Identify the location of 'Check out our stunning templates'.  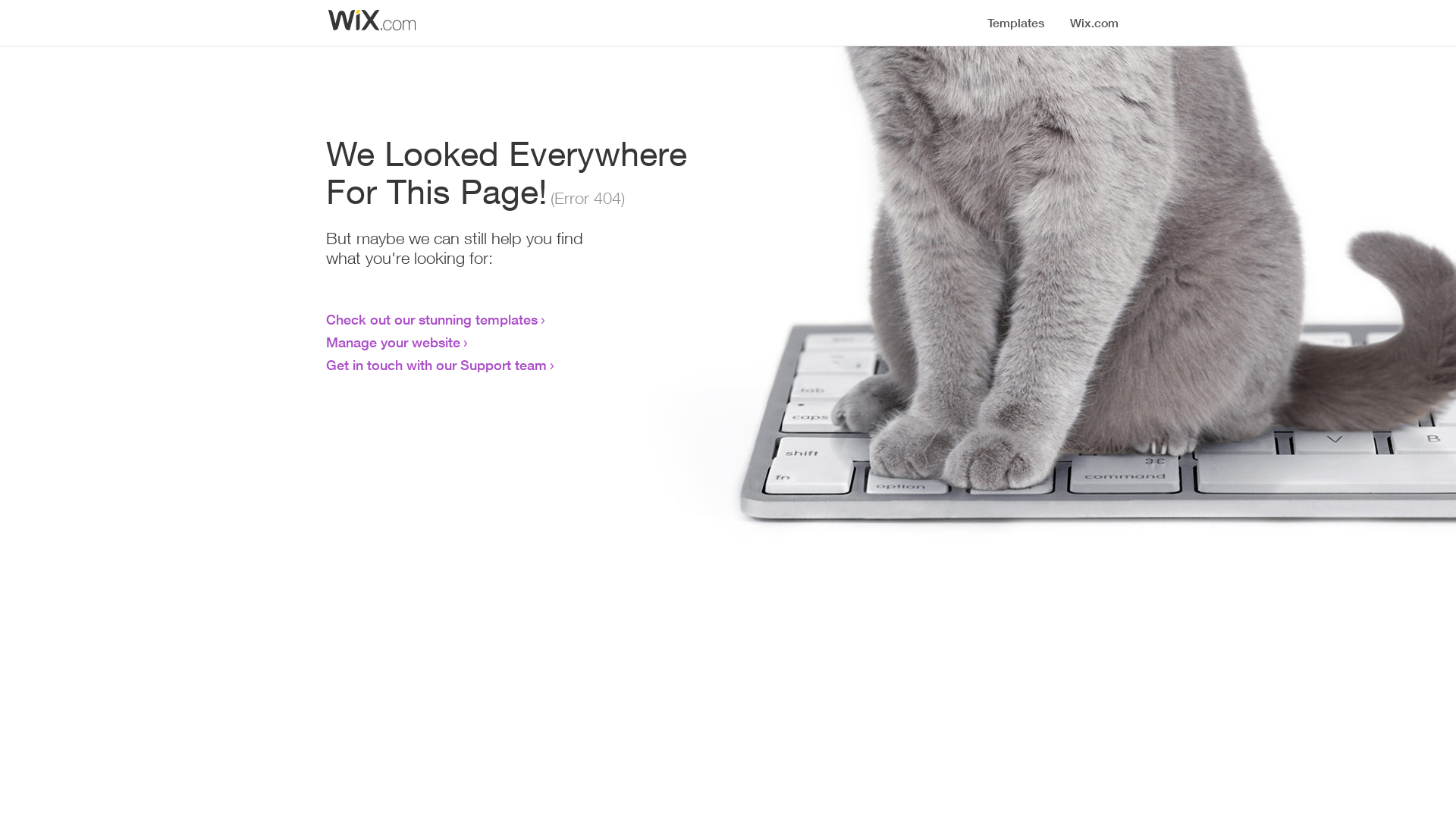
(431, 318).